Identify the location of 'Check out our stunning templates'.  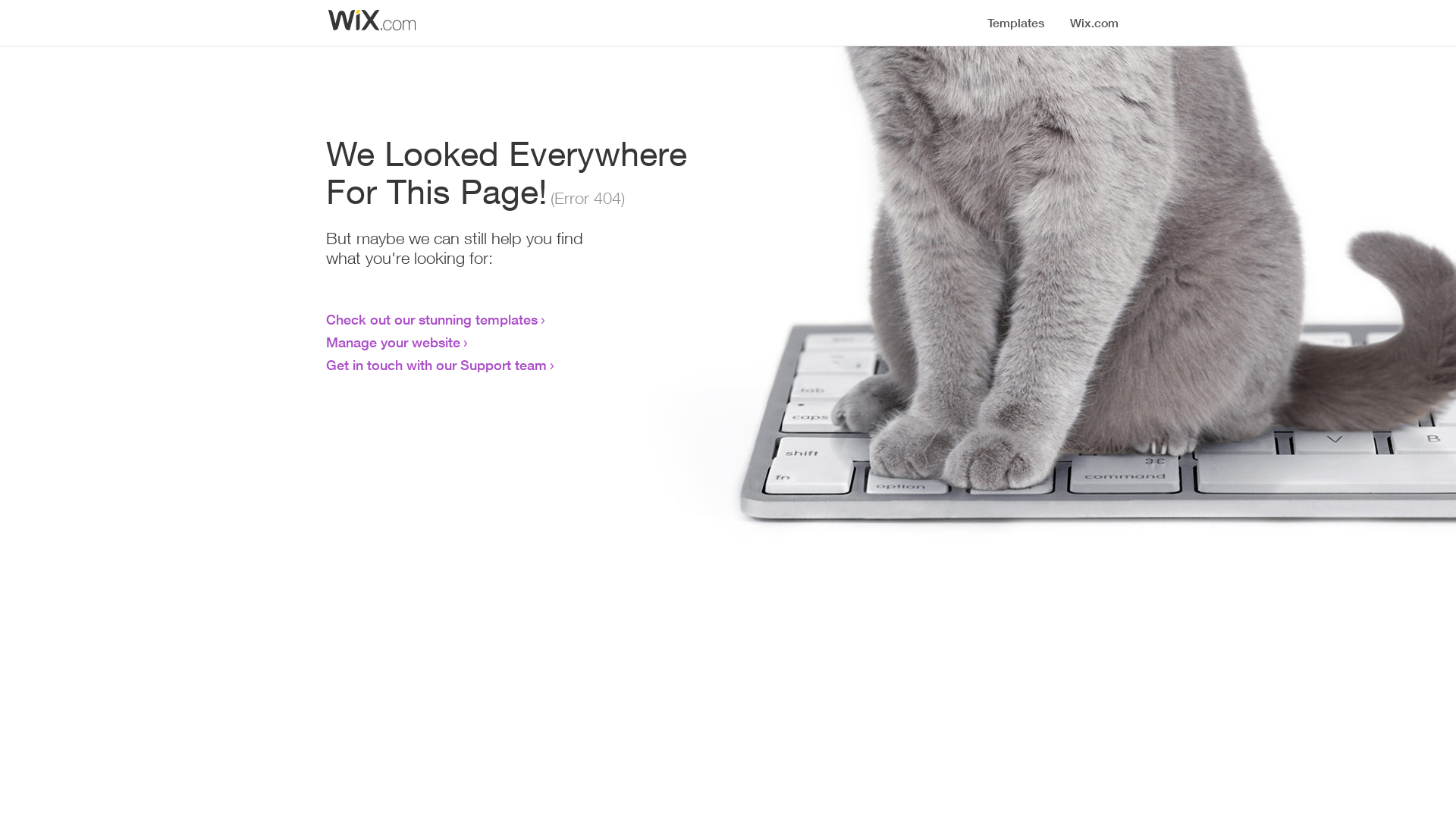
(431, 318).